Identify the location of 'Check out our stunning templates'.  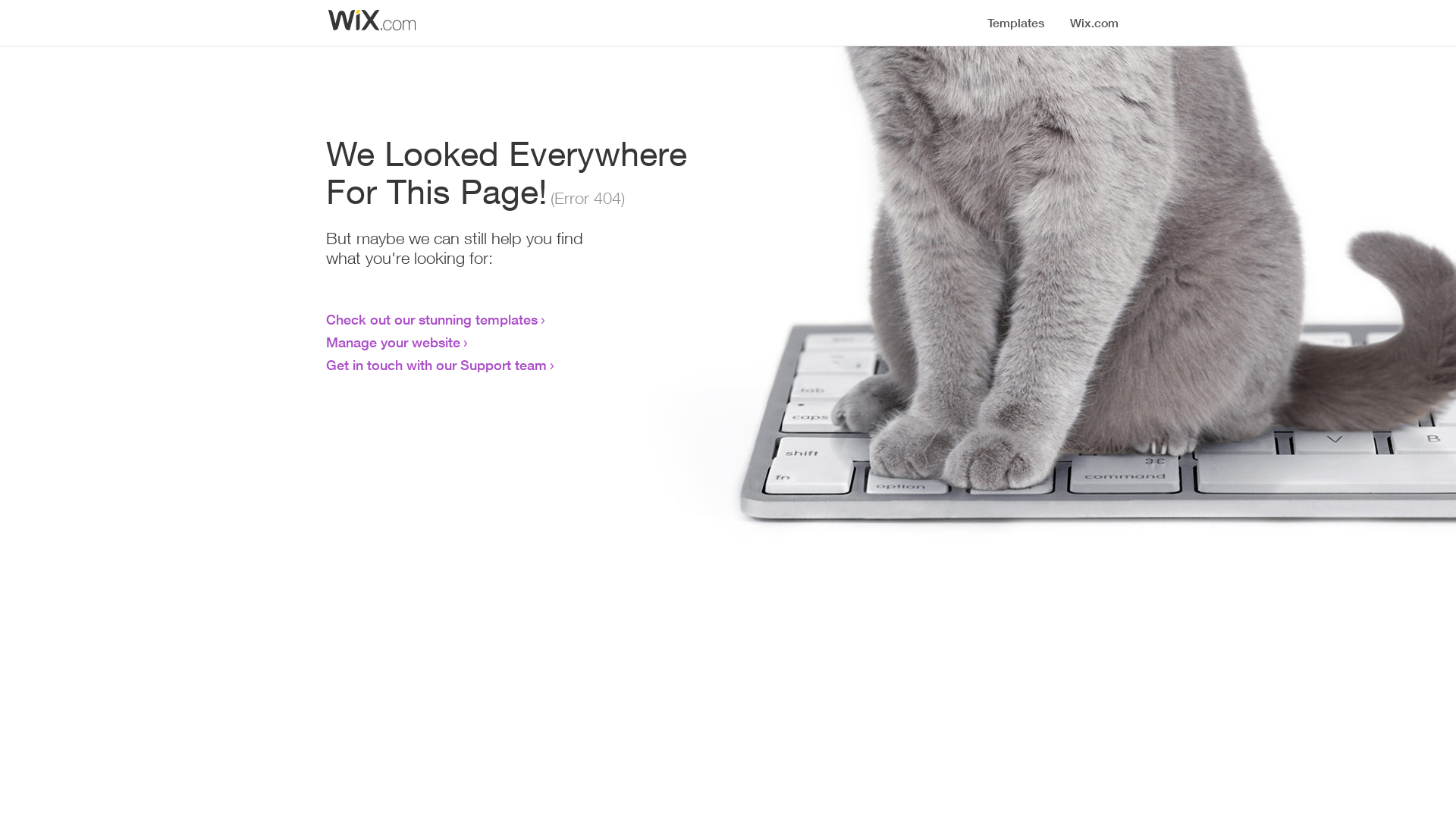
(431, 318).